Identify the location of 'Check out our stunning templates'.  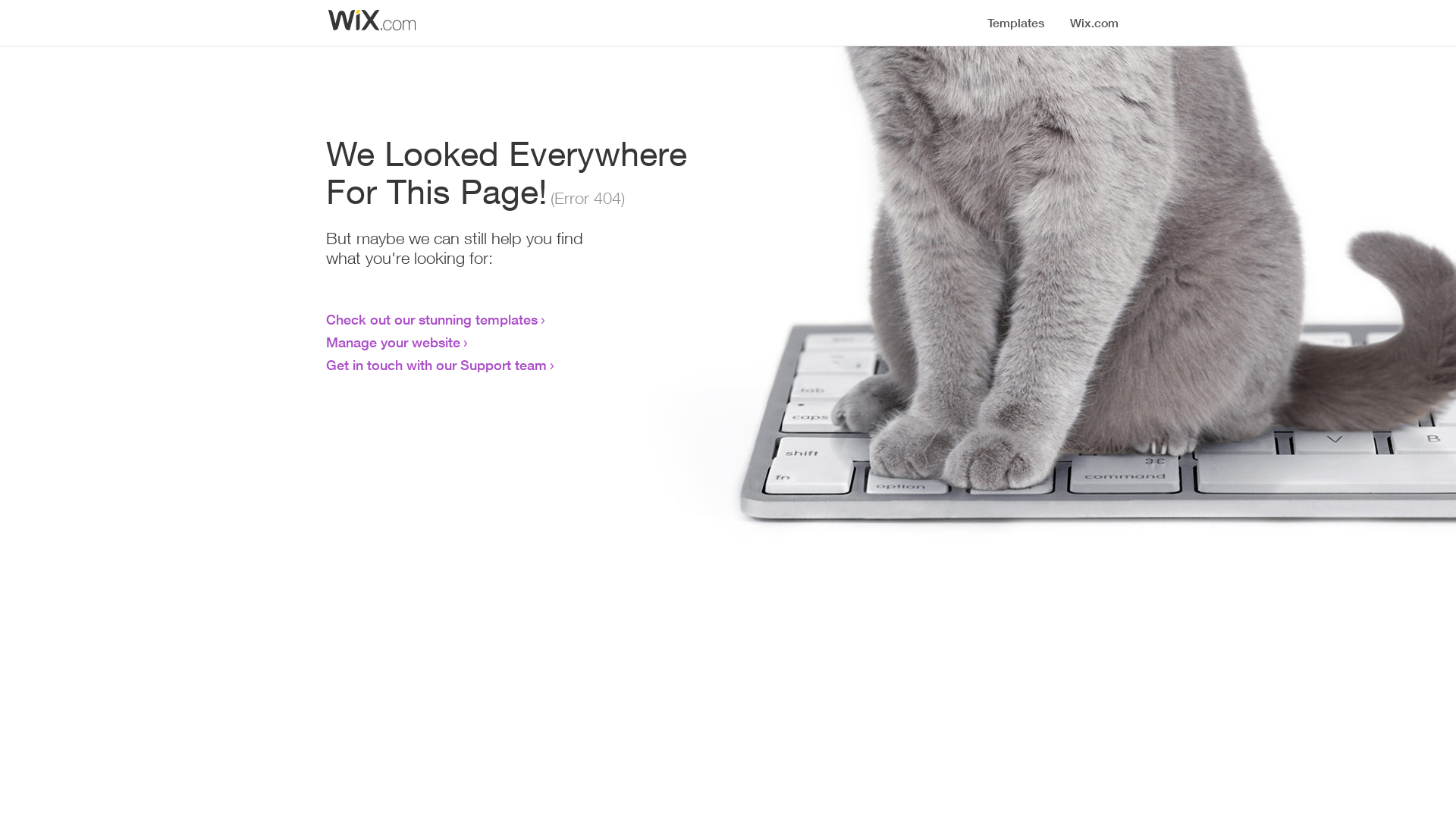
(431, 318).